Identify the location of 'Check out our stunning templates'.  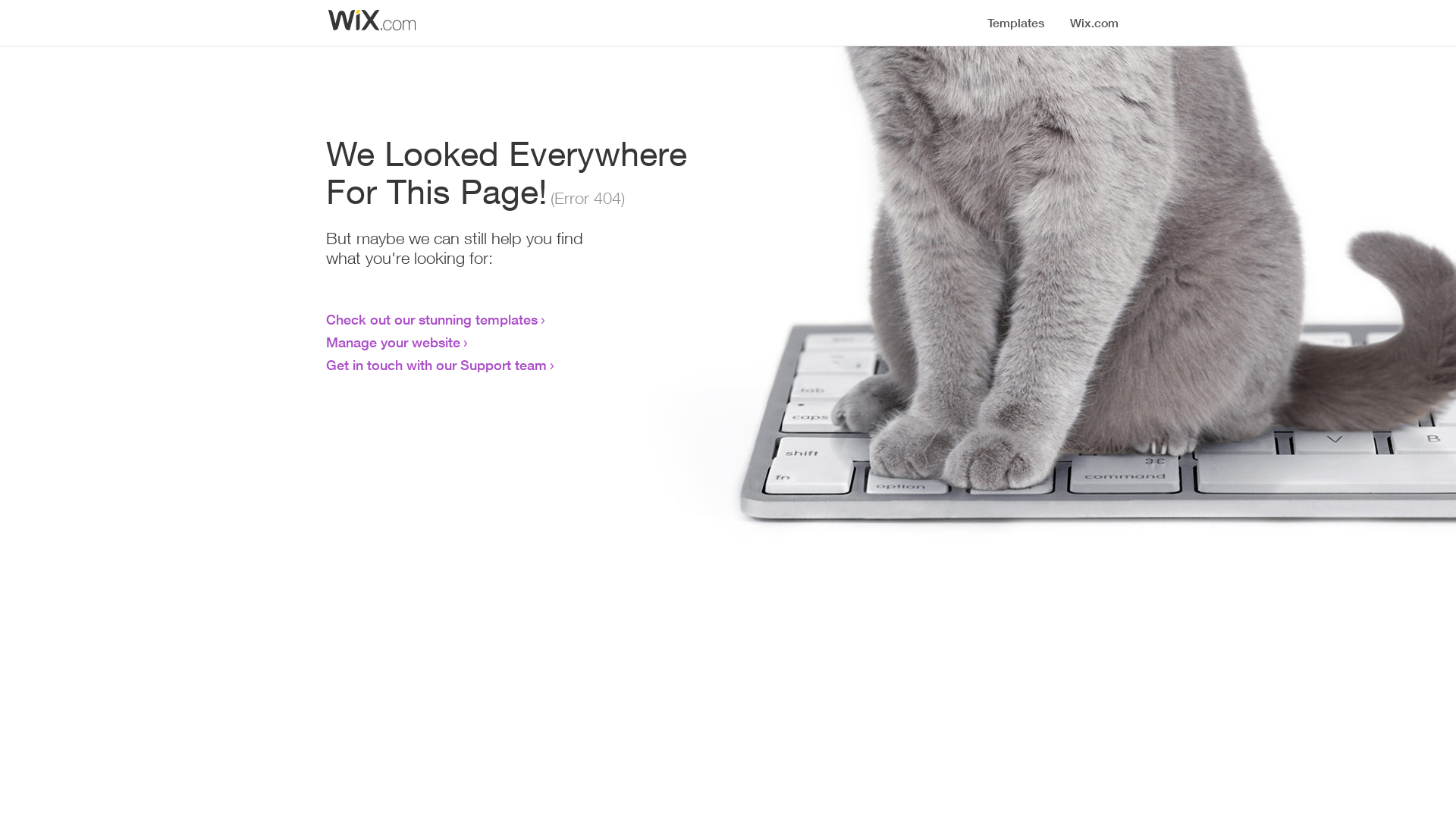
(431, 318).